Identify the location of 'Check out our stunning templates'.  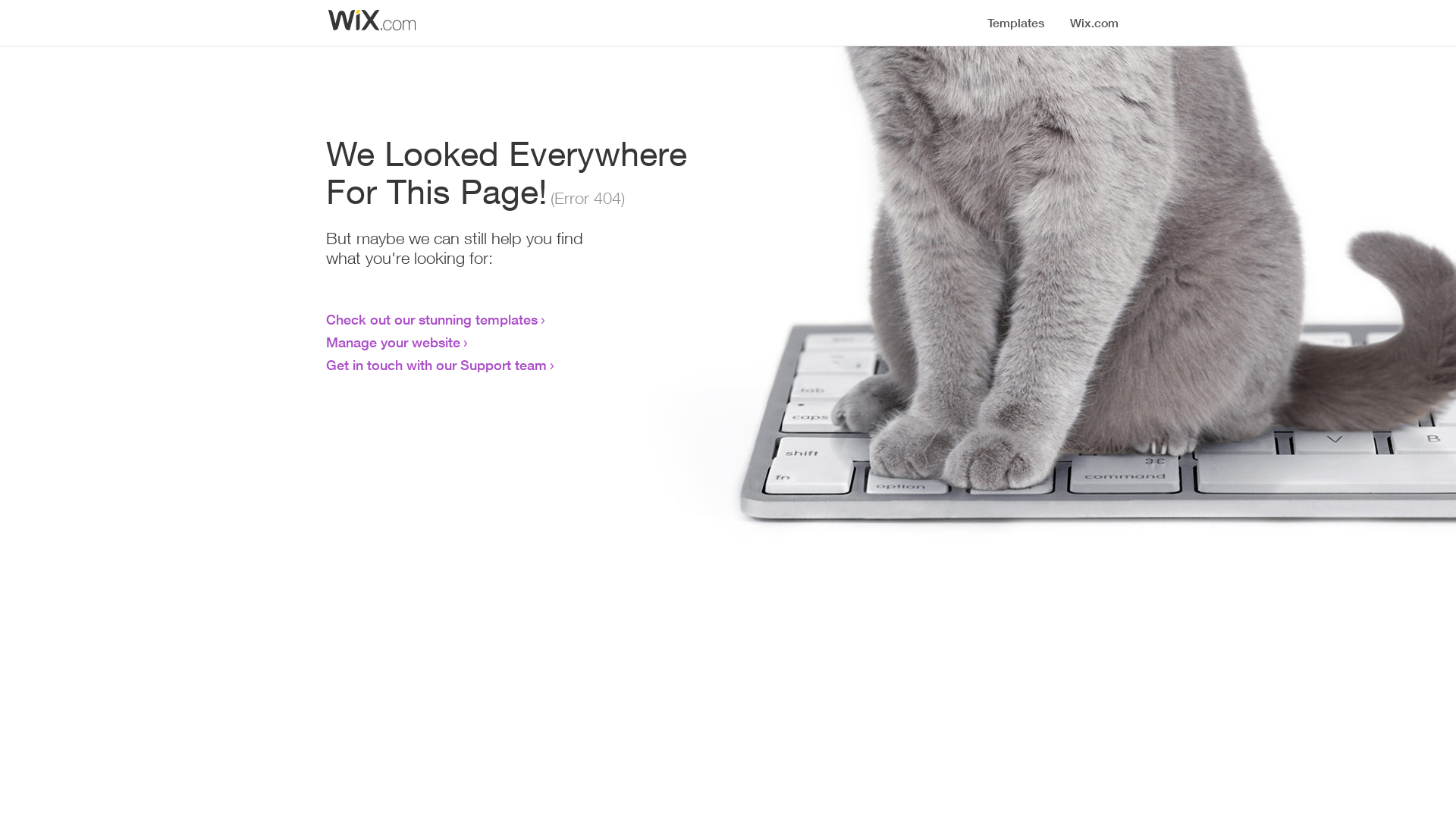
(431, 318).